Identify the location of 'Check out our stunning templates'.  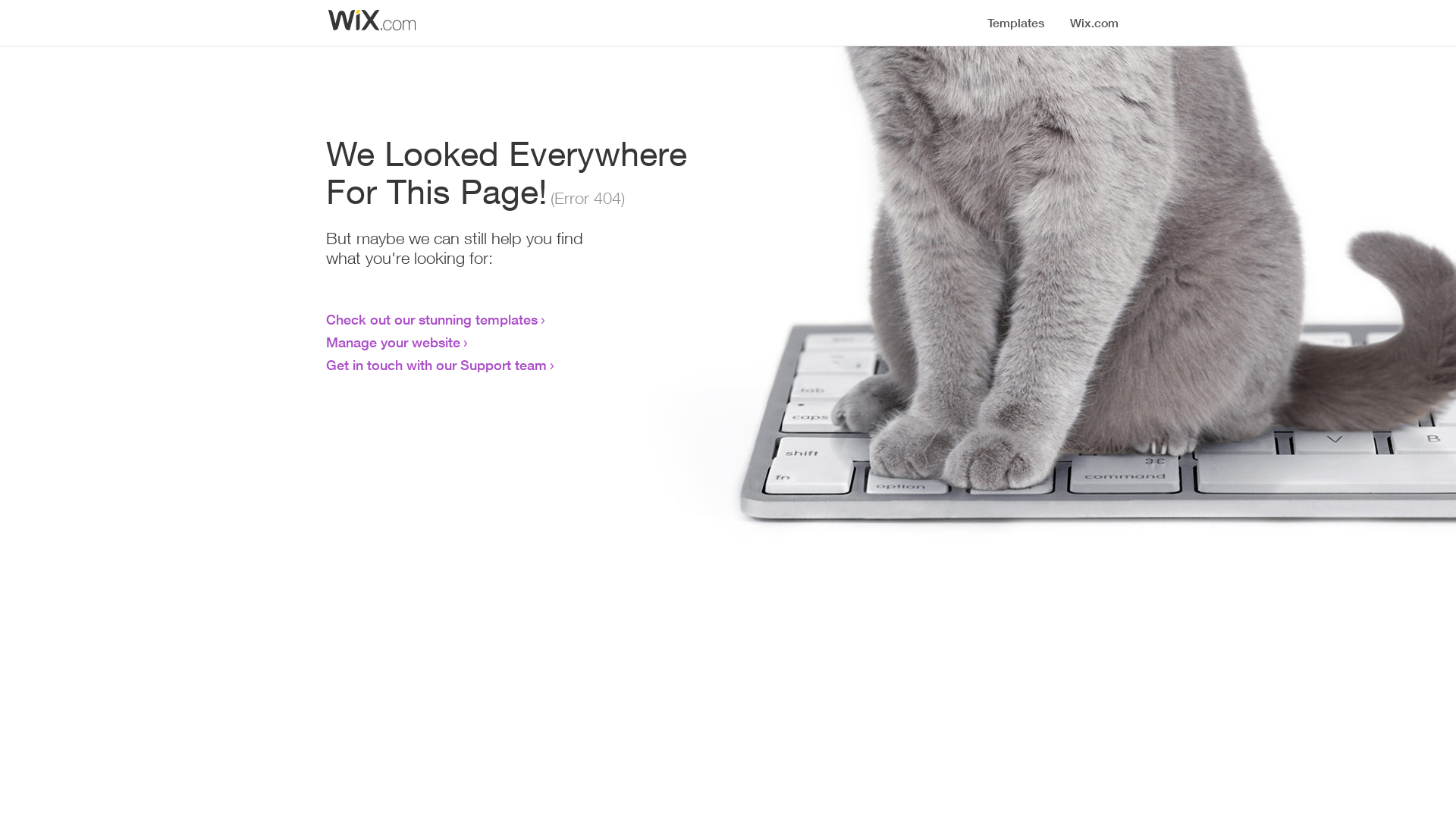
(431, 318).